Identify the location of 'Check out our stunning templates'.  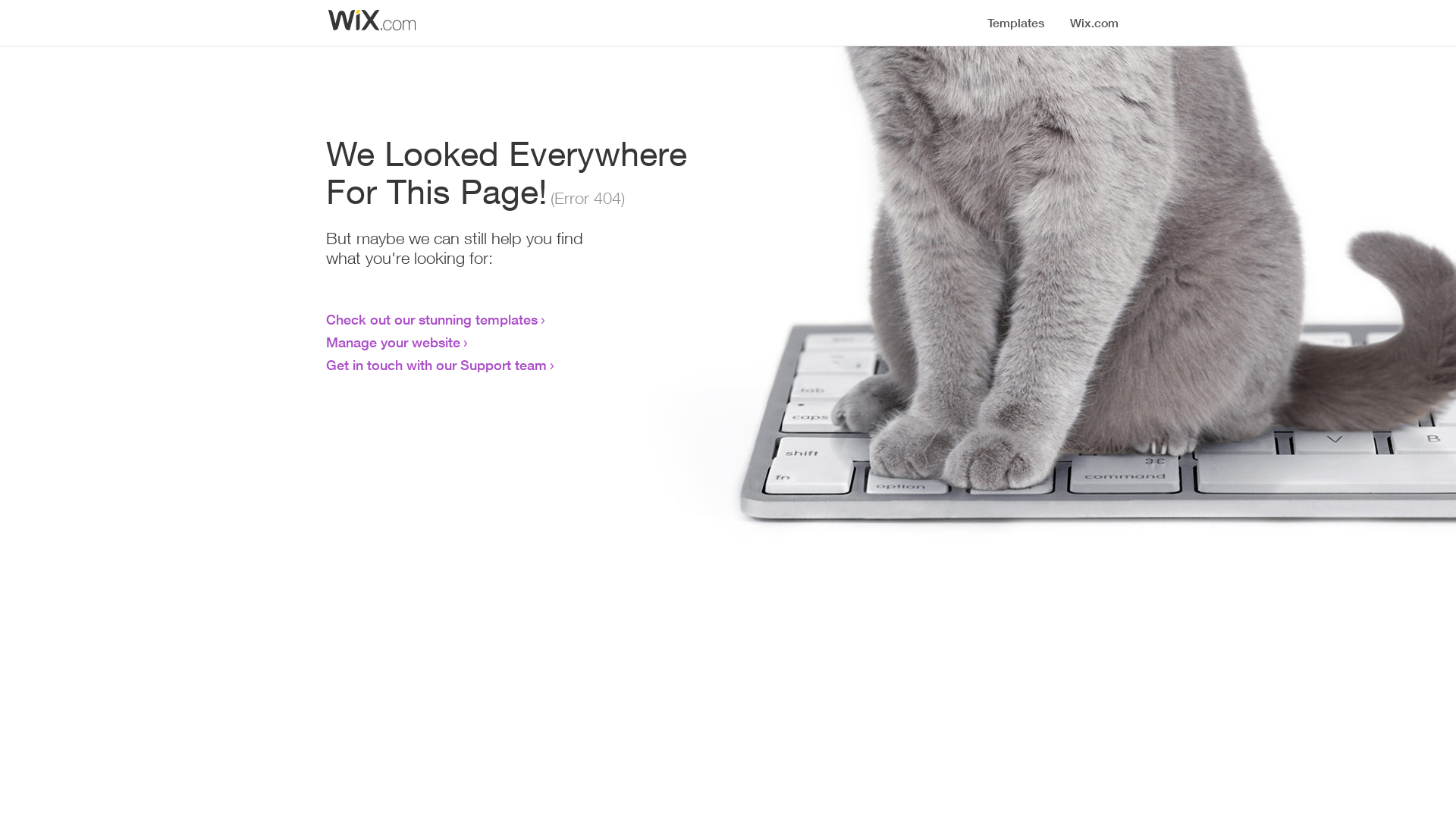
(431, 318).